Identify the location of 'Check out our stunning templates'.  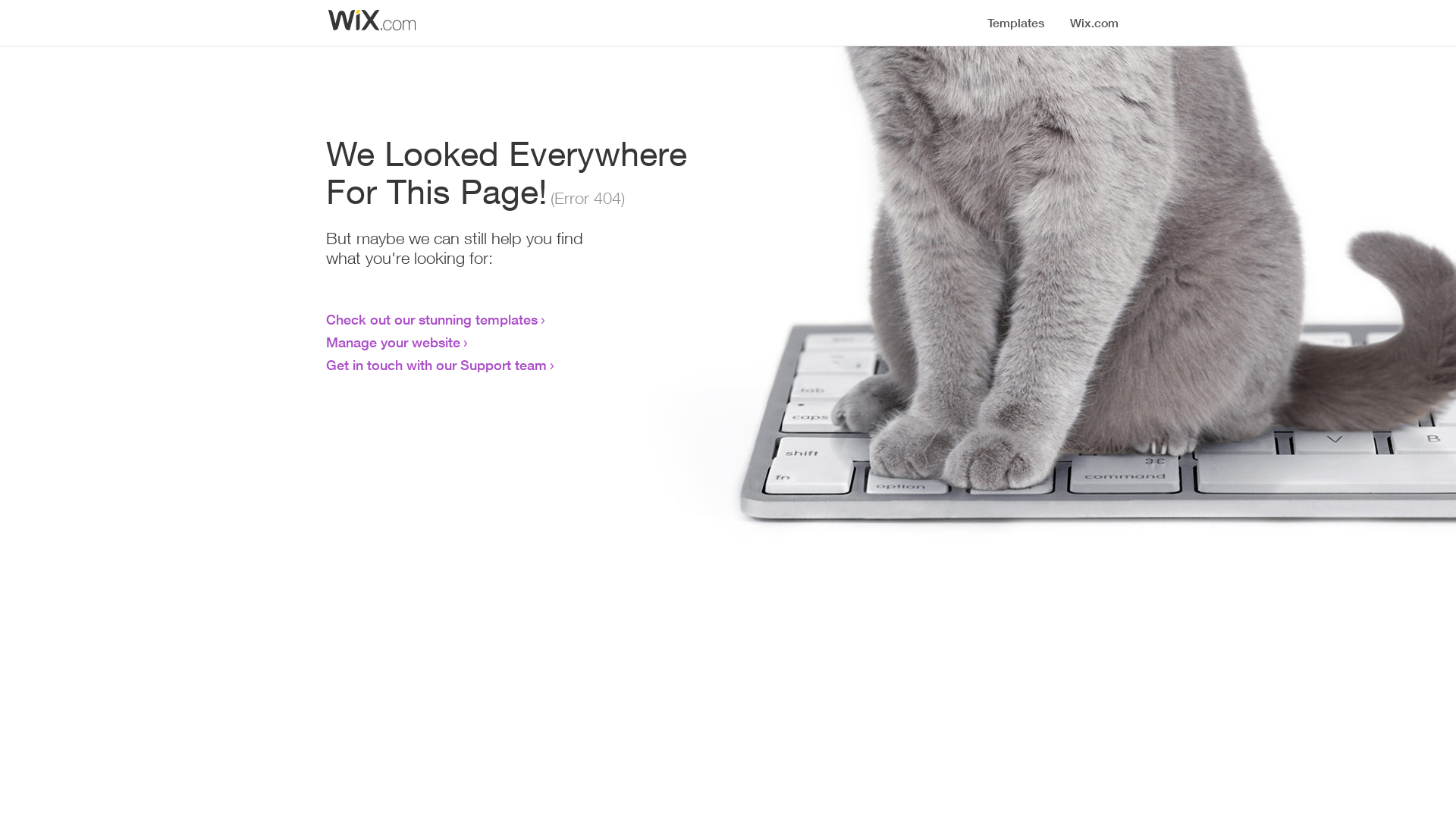
(431, 318).